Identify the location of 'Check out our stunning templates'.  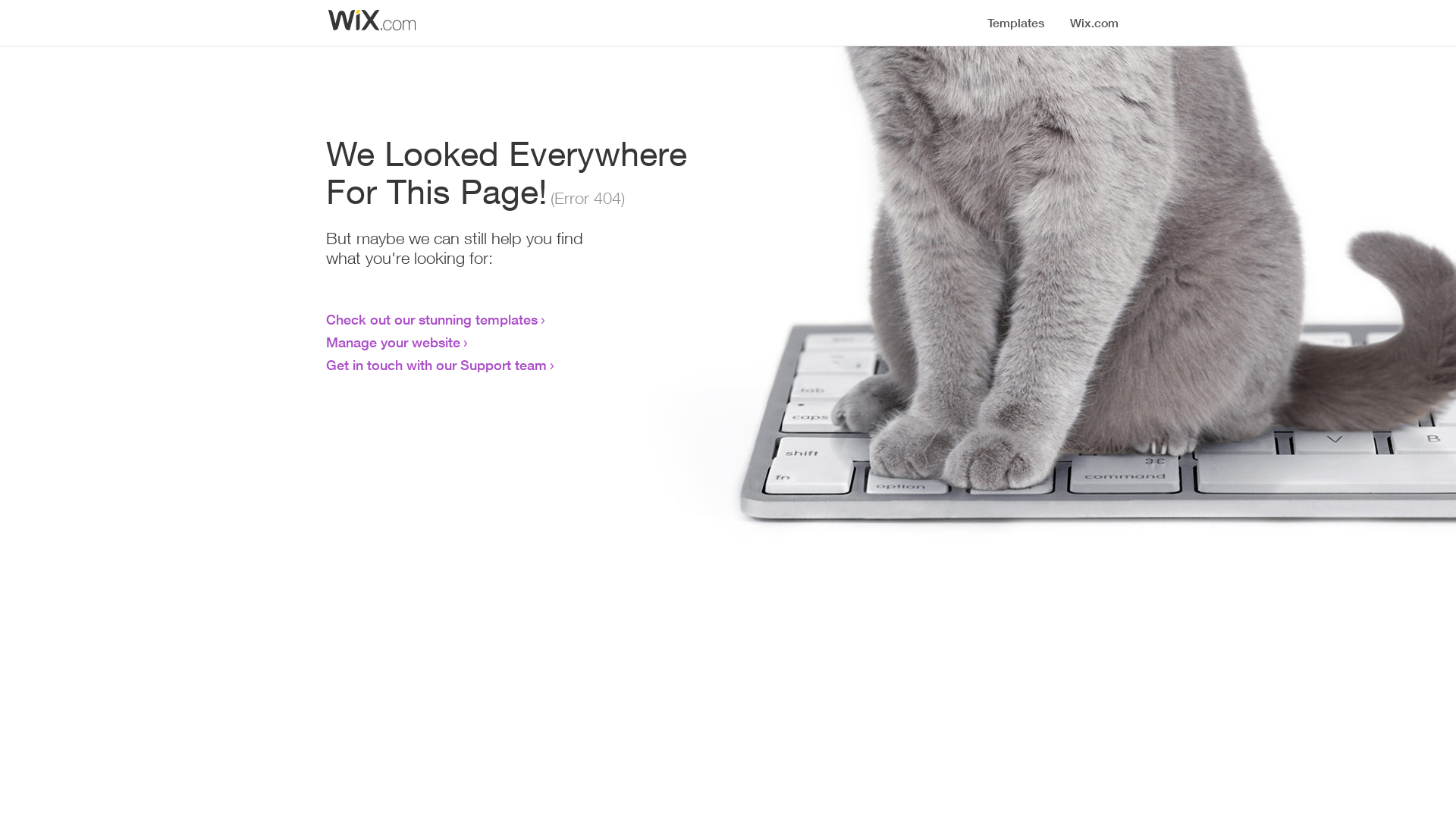
(431, 318).